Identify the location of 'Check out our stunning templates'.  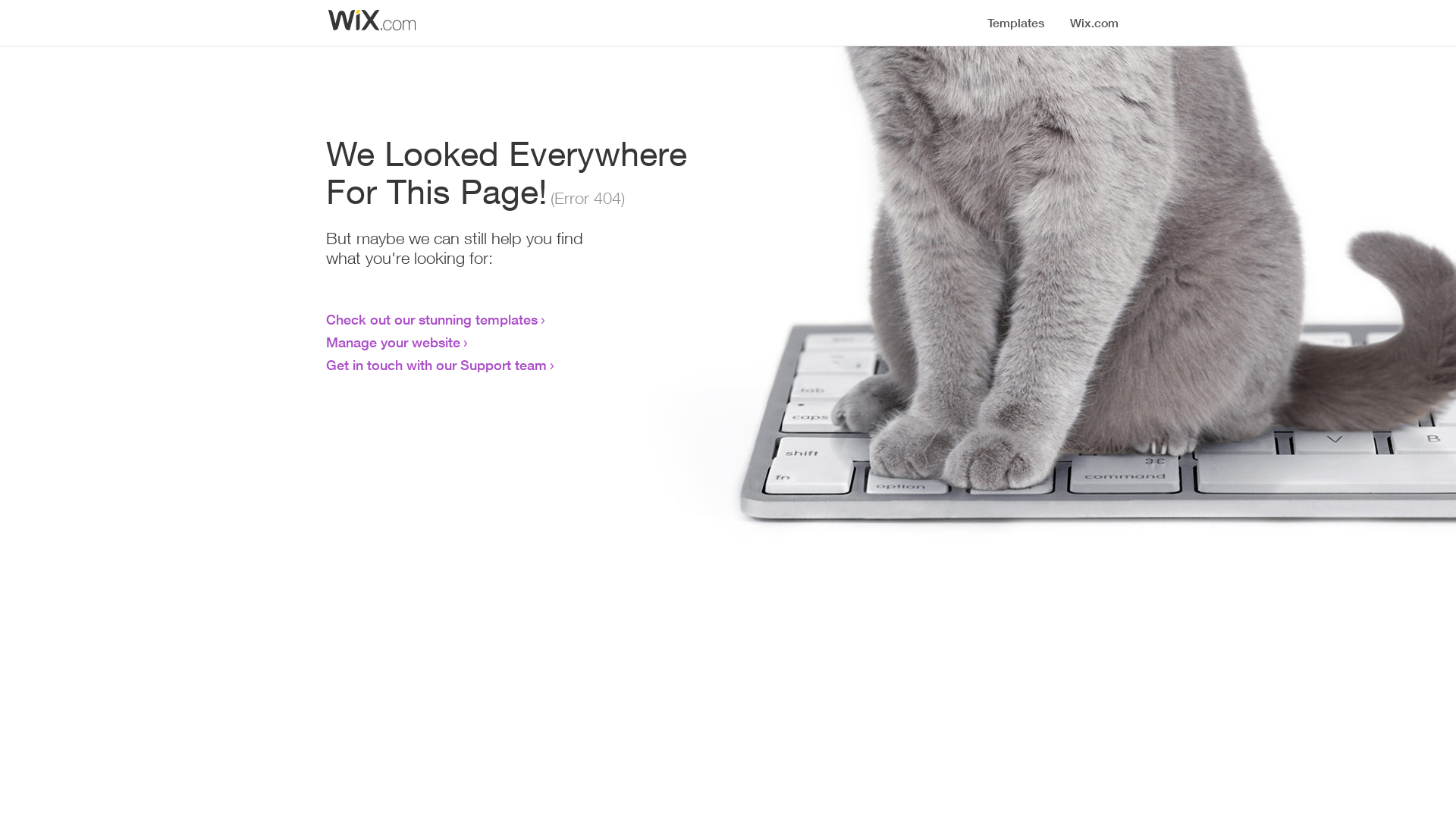
(431, 318).